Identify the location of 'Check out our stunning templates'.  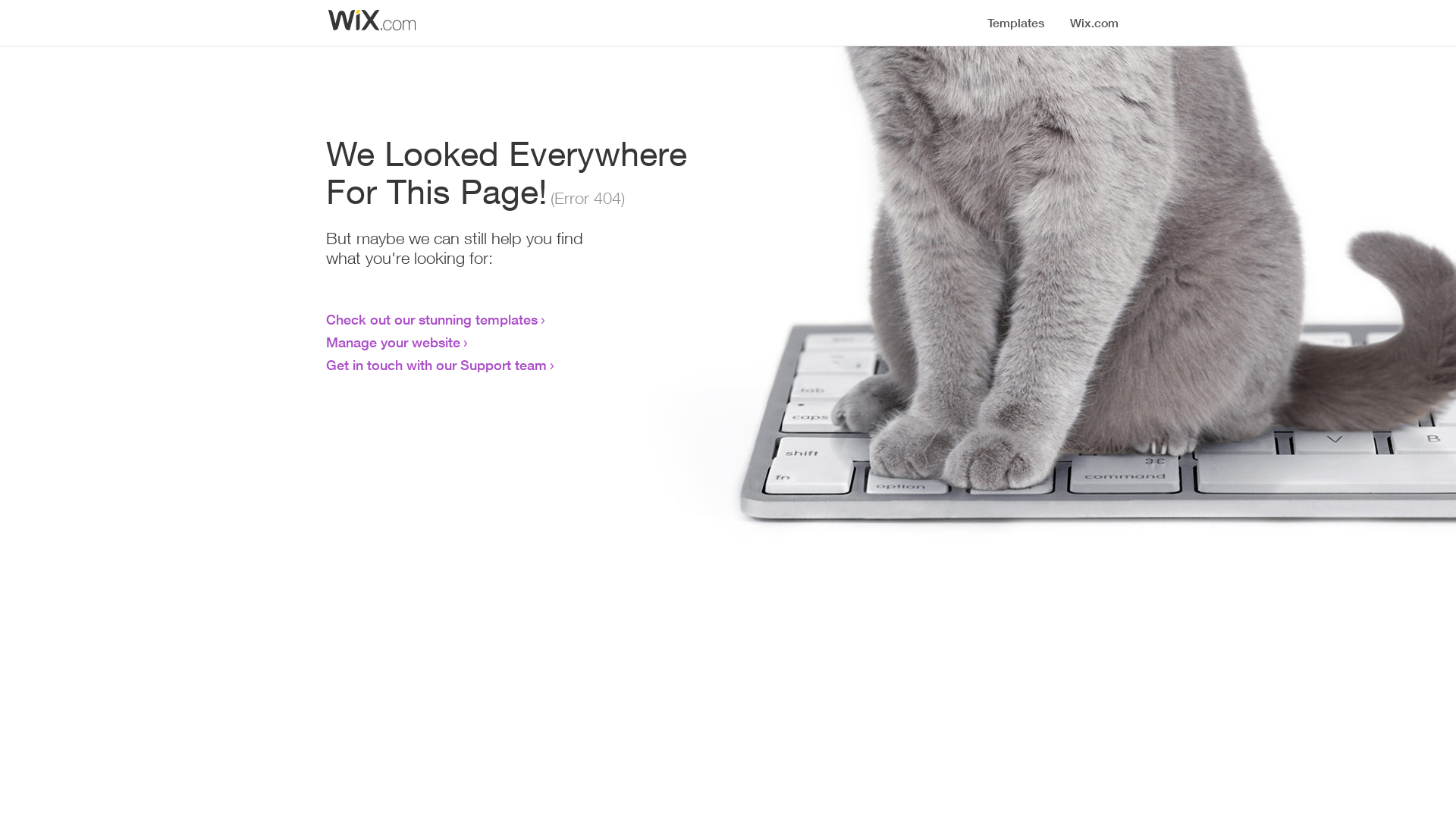
(431, 318).